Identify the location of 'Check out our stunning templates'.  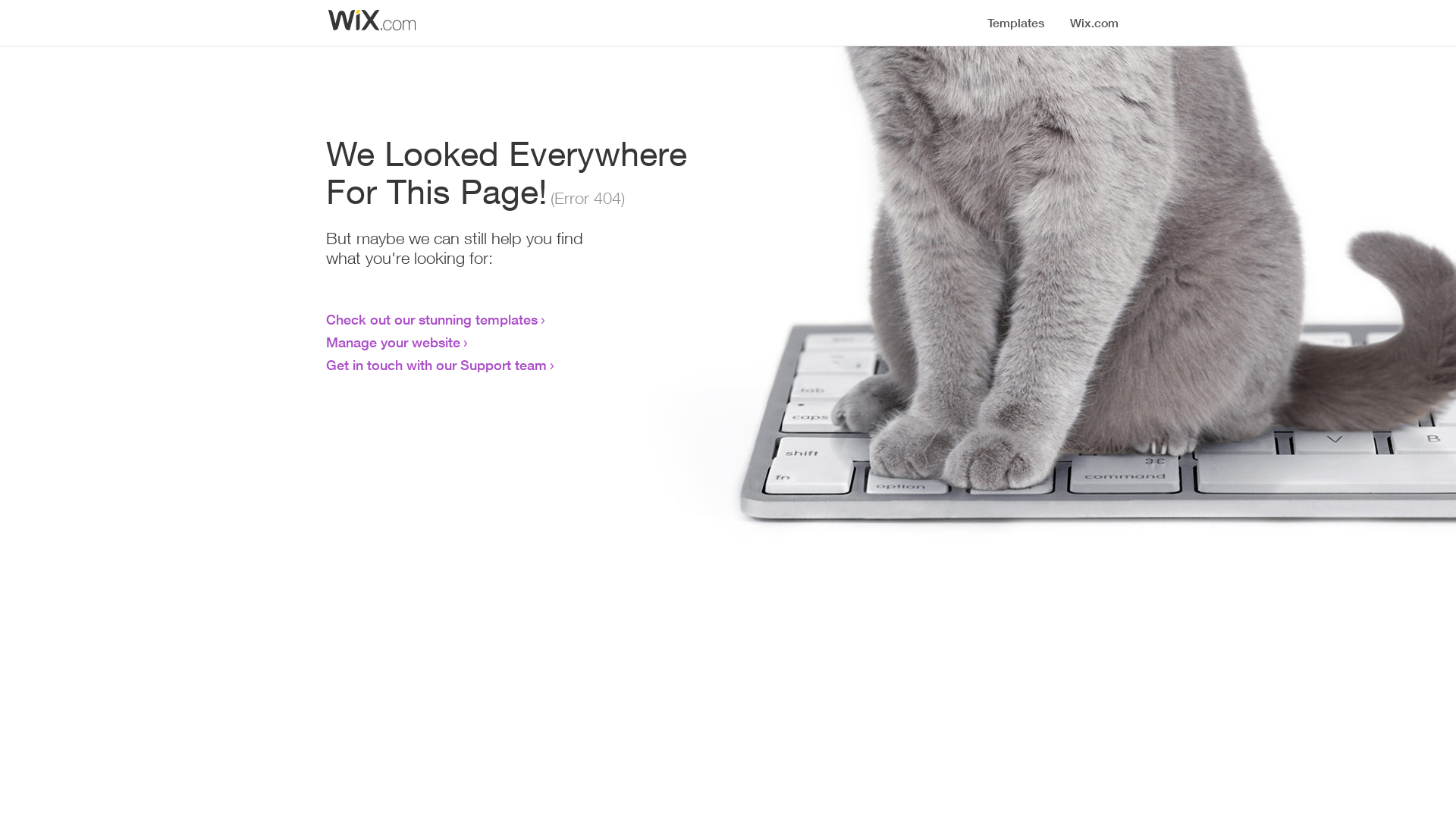
(431, 318).